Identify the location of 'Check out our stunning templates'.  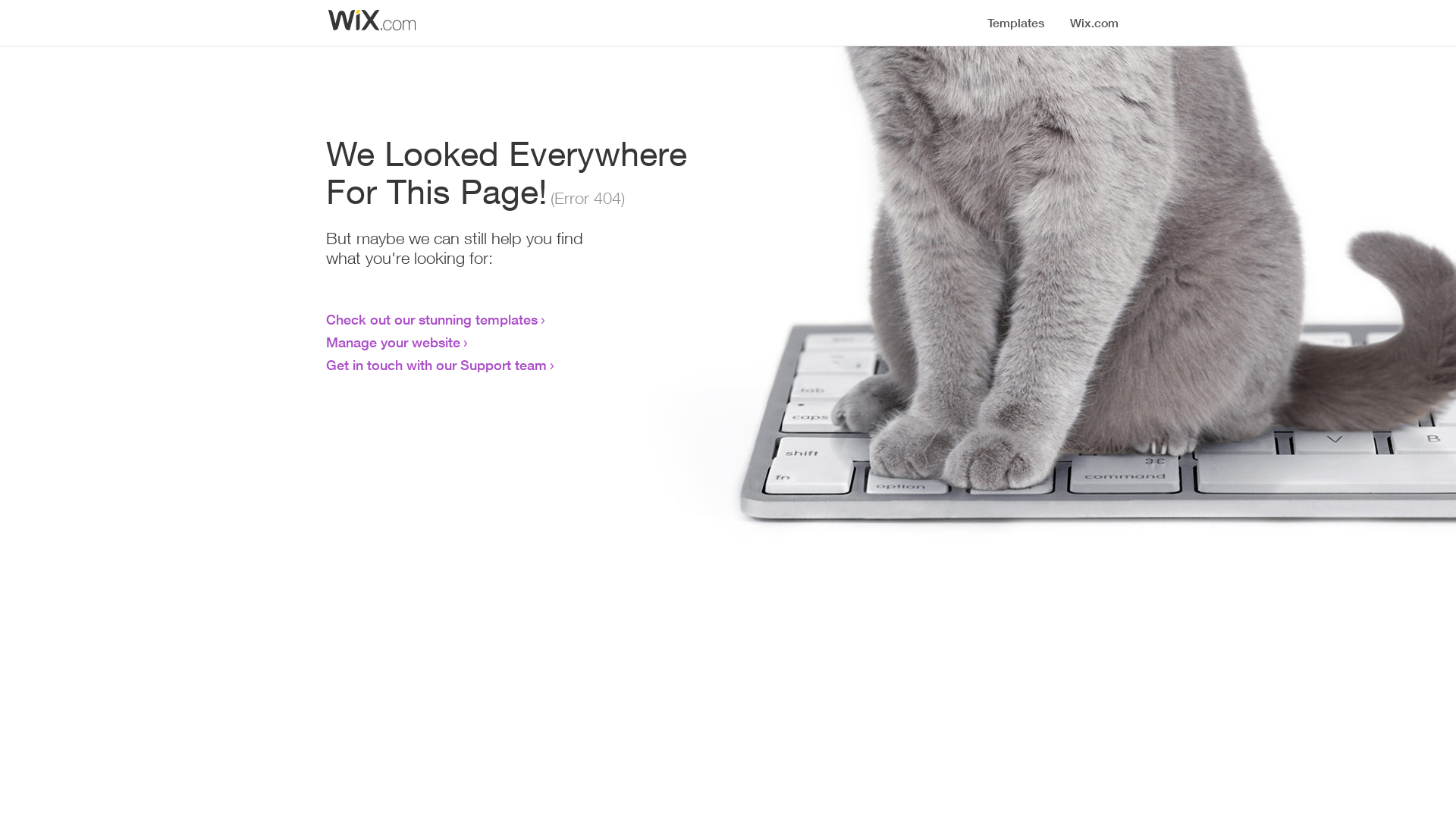
(431, 318).